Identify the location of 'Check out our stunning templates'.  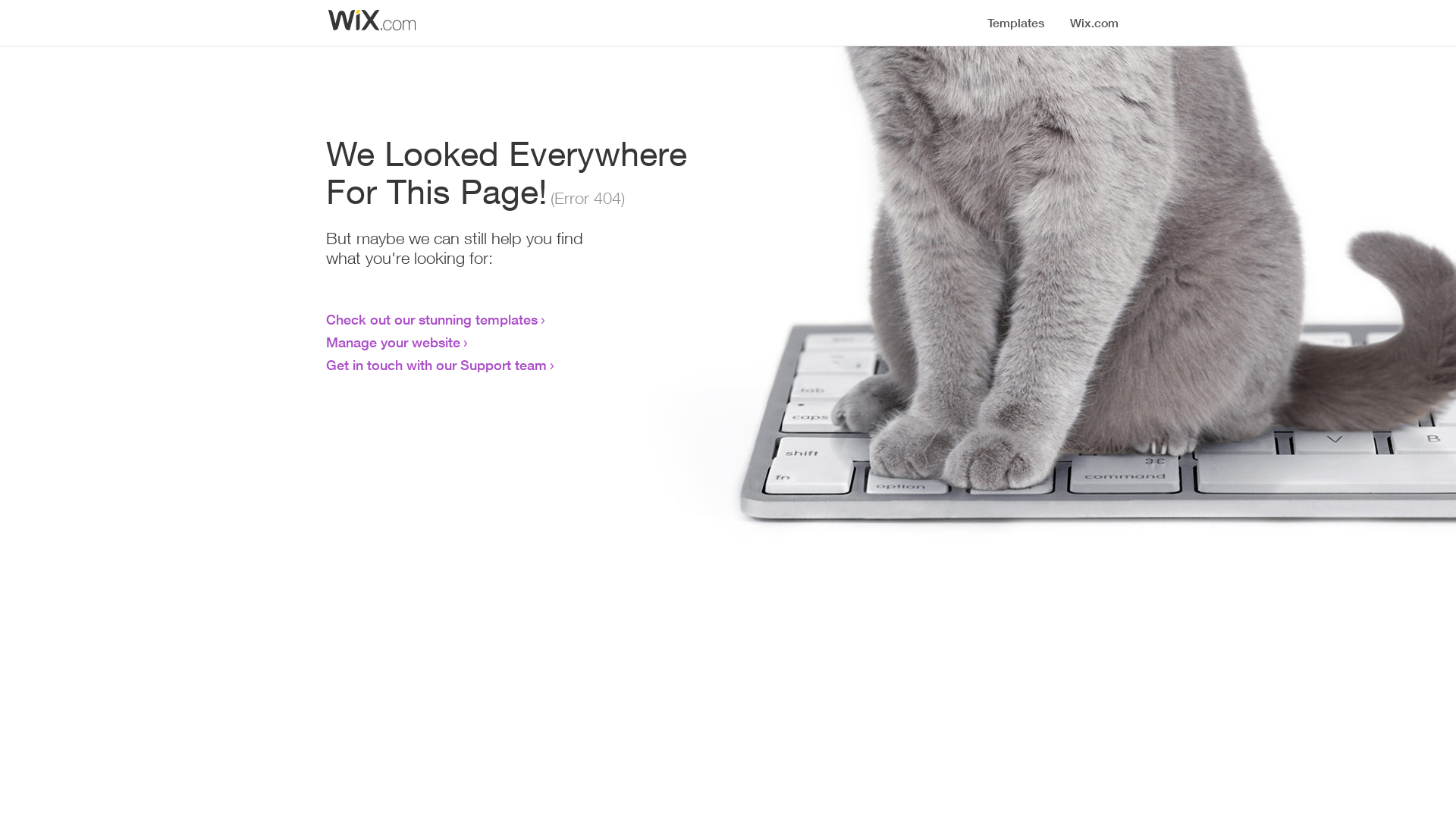
(431, 318).